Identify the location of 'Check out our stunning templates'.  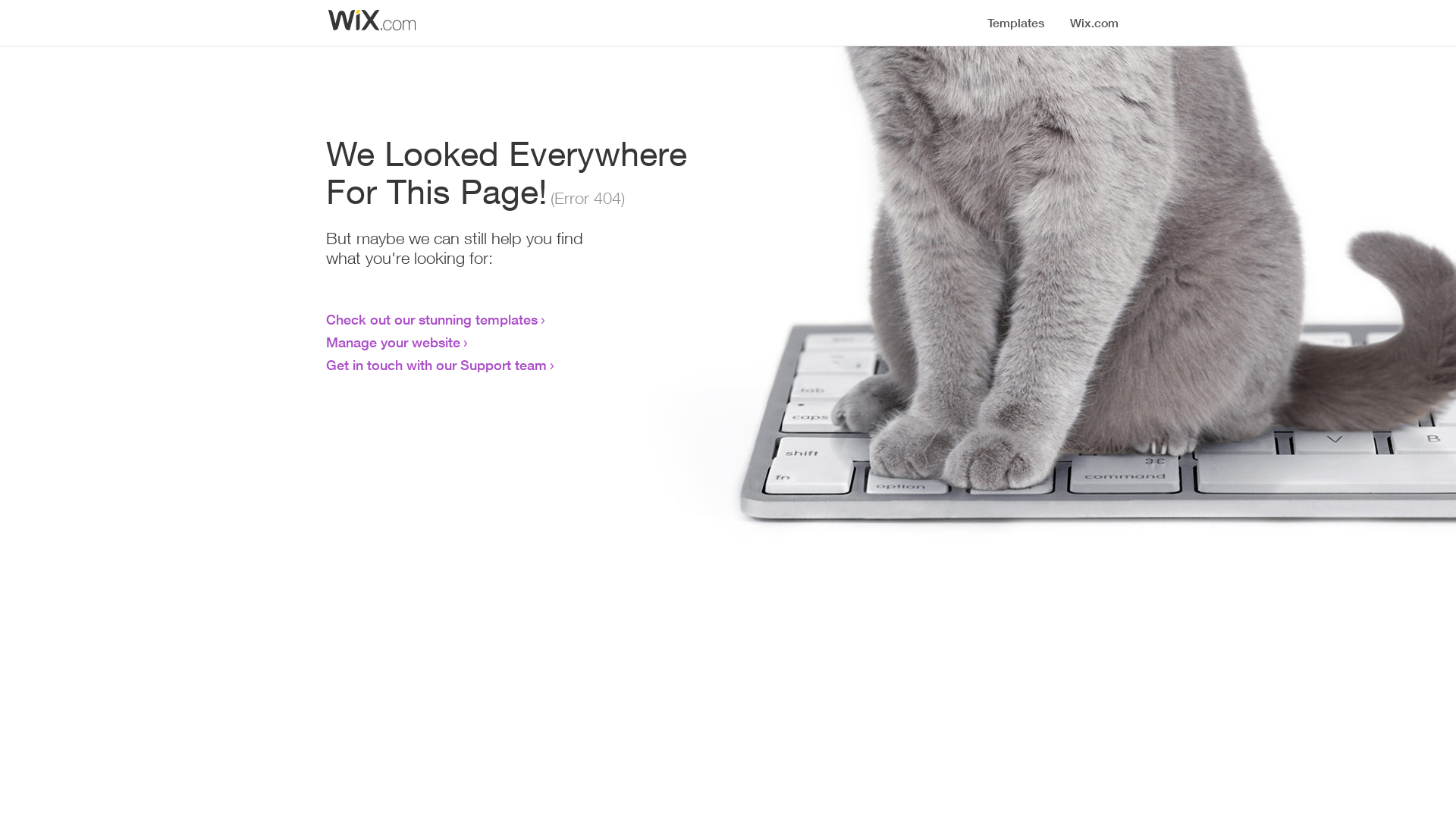
(431, 318).